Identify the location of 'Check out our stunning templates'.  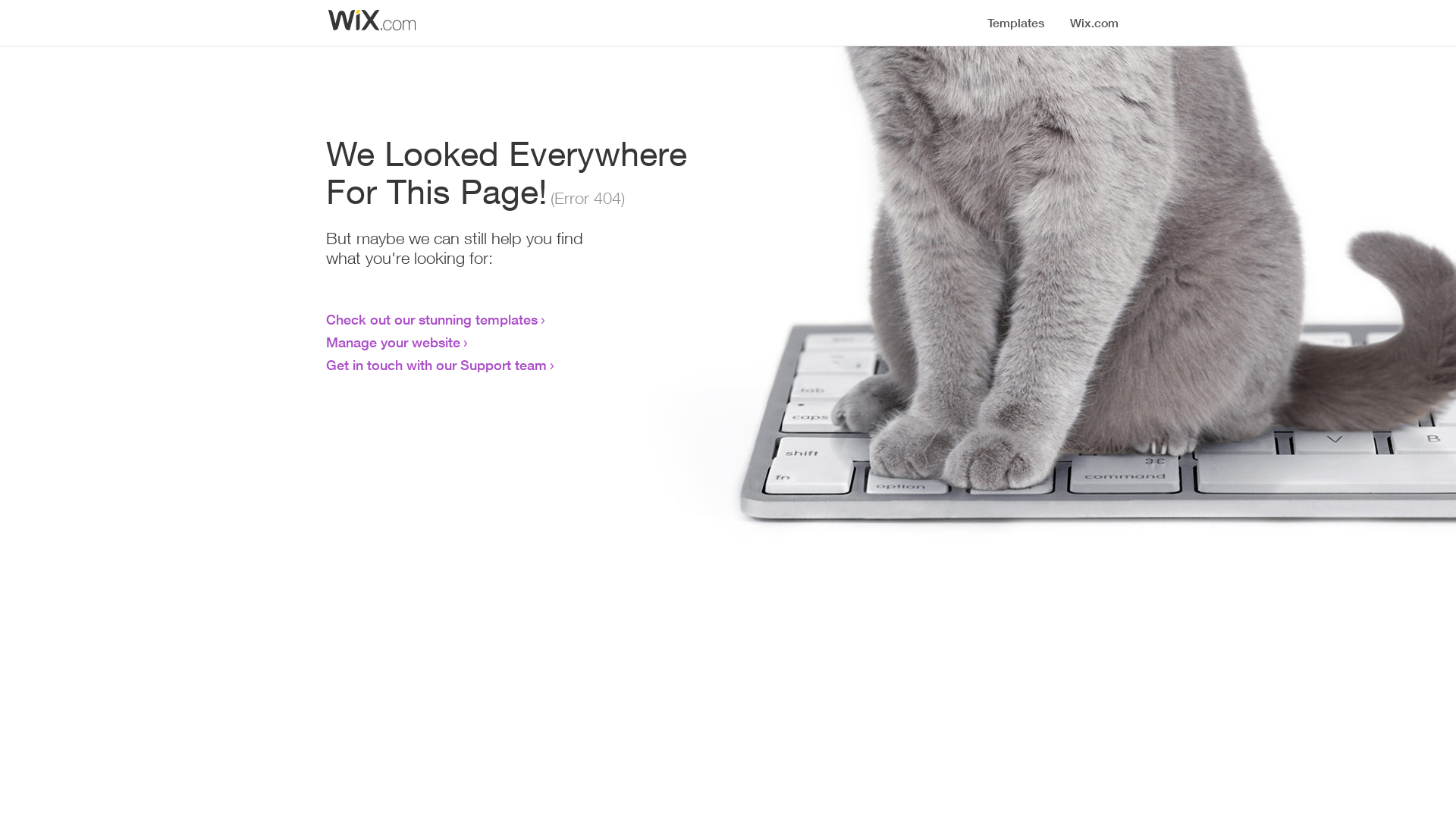
(431, 318).